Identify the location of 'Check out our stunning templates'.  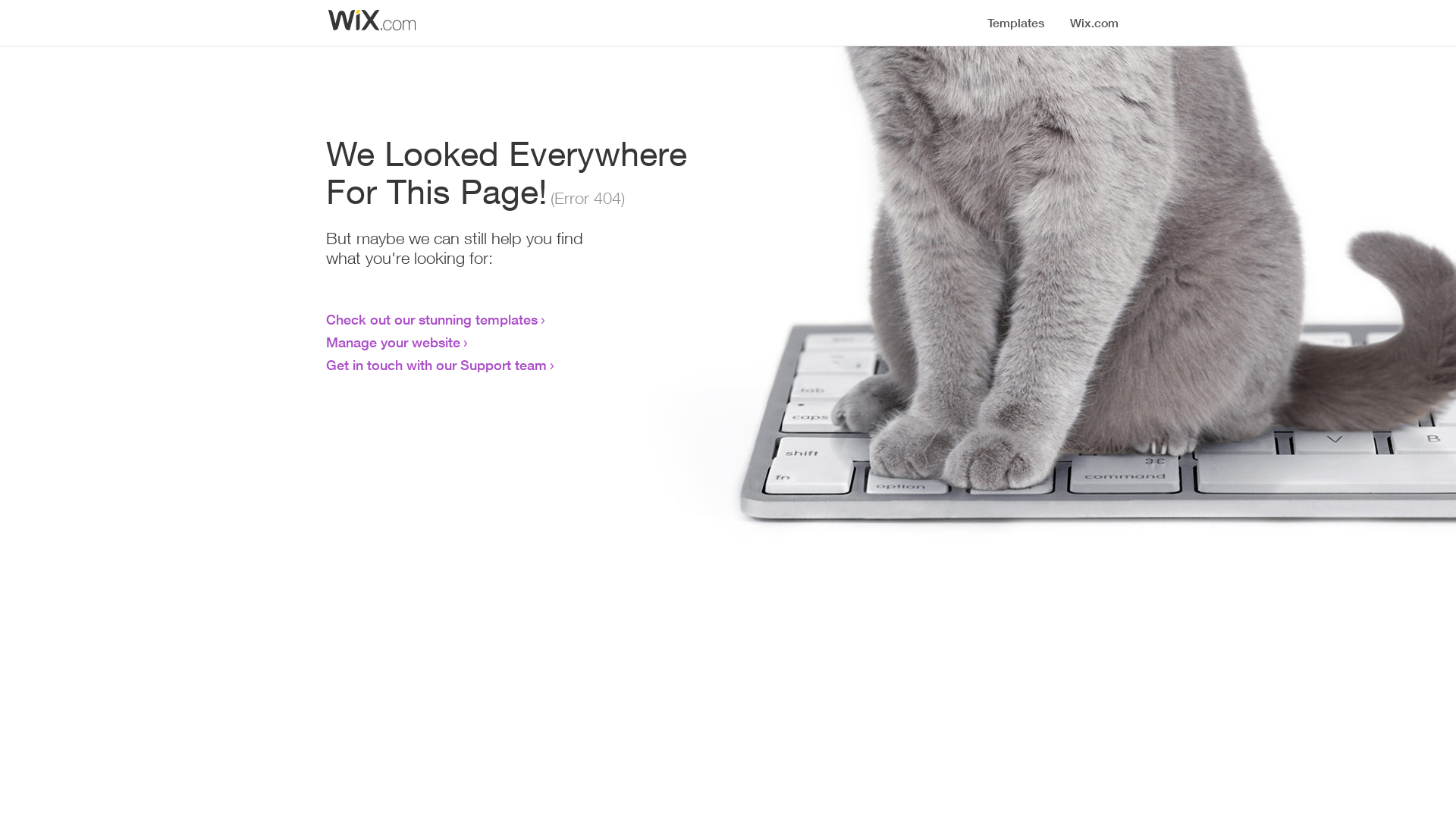
(431, 318).